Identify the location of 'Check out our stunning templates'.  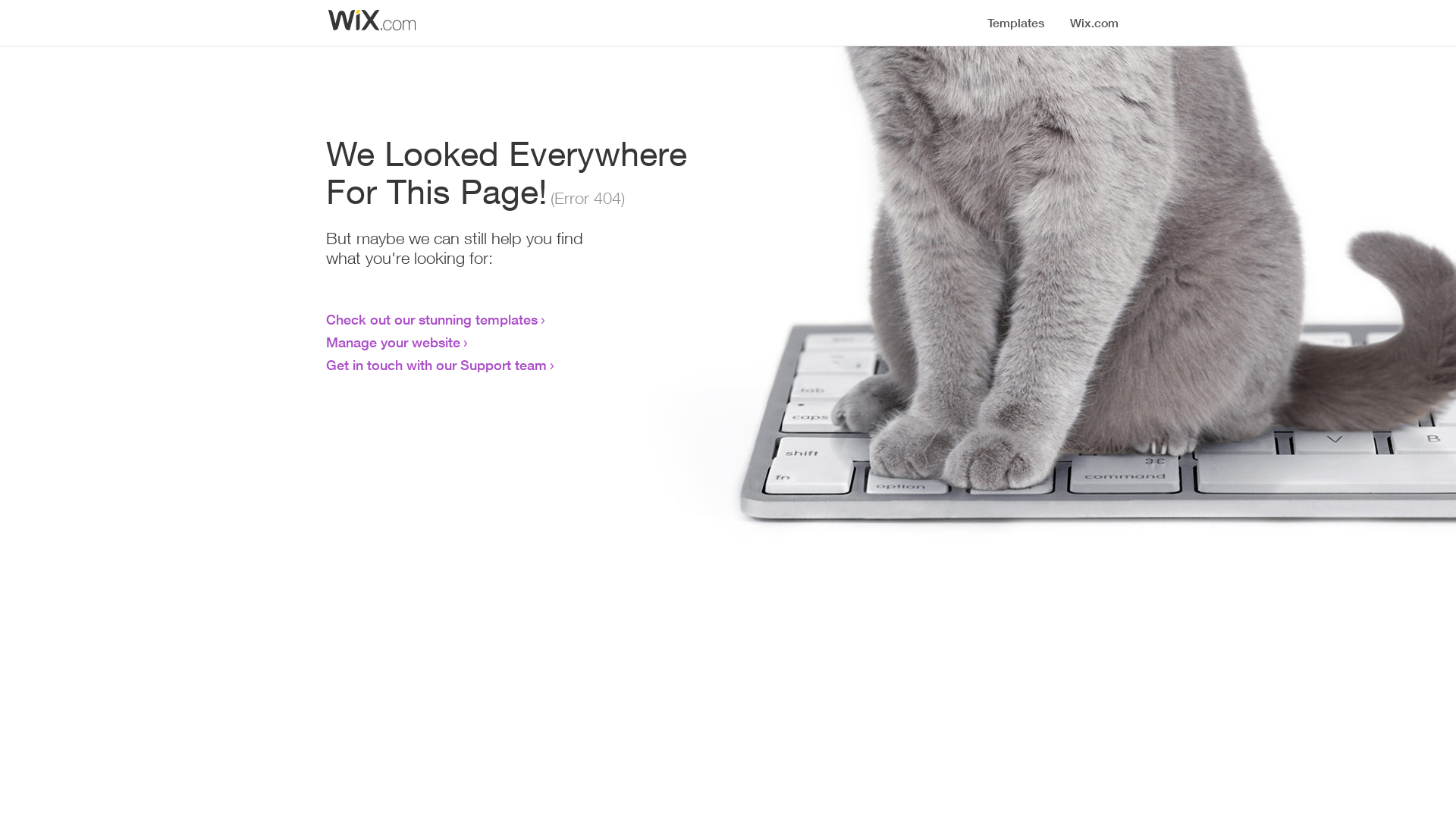
(431, 318).